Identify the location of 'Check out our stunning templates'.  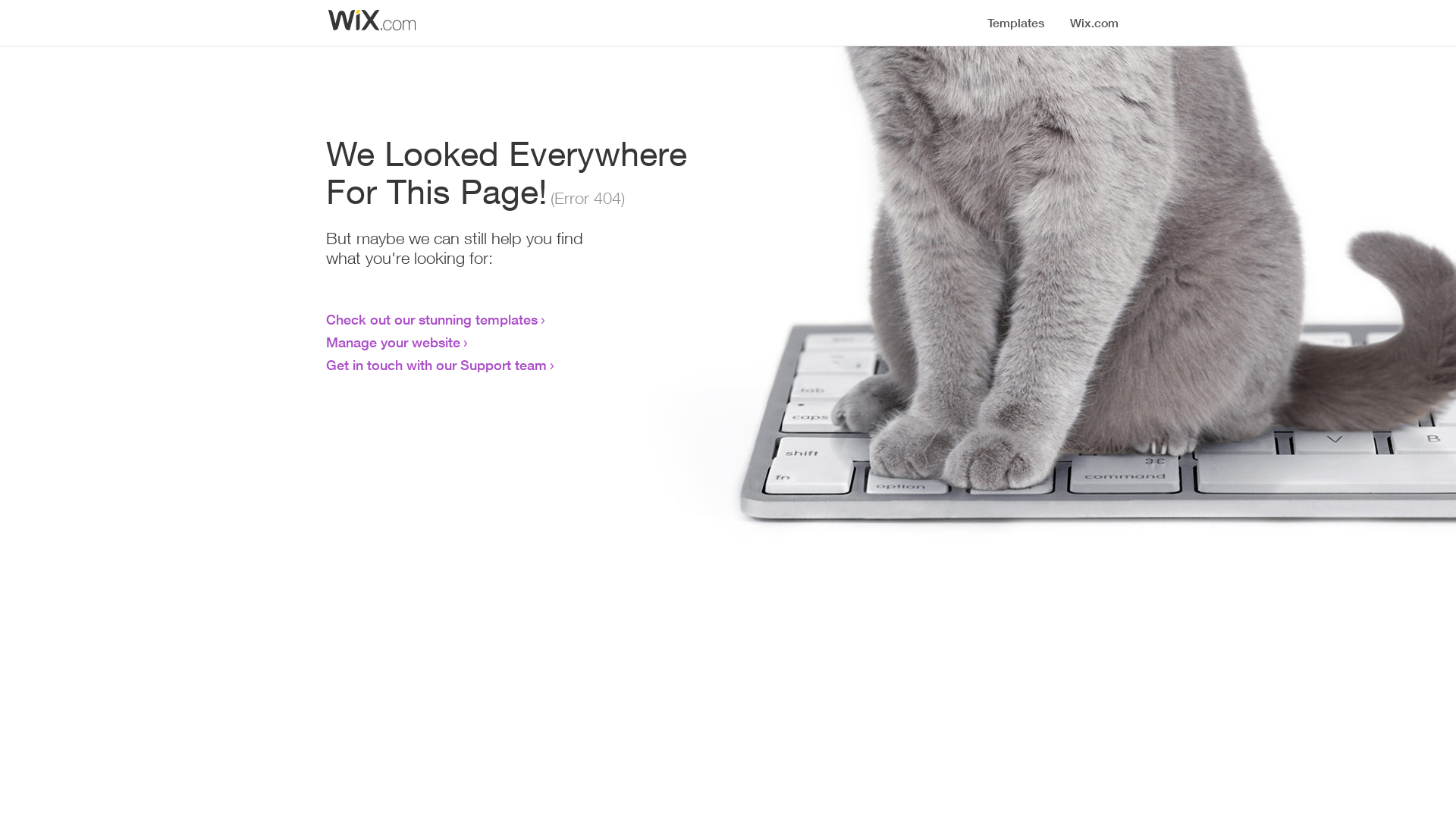
(431, 318).